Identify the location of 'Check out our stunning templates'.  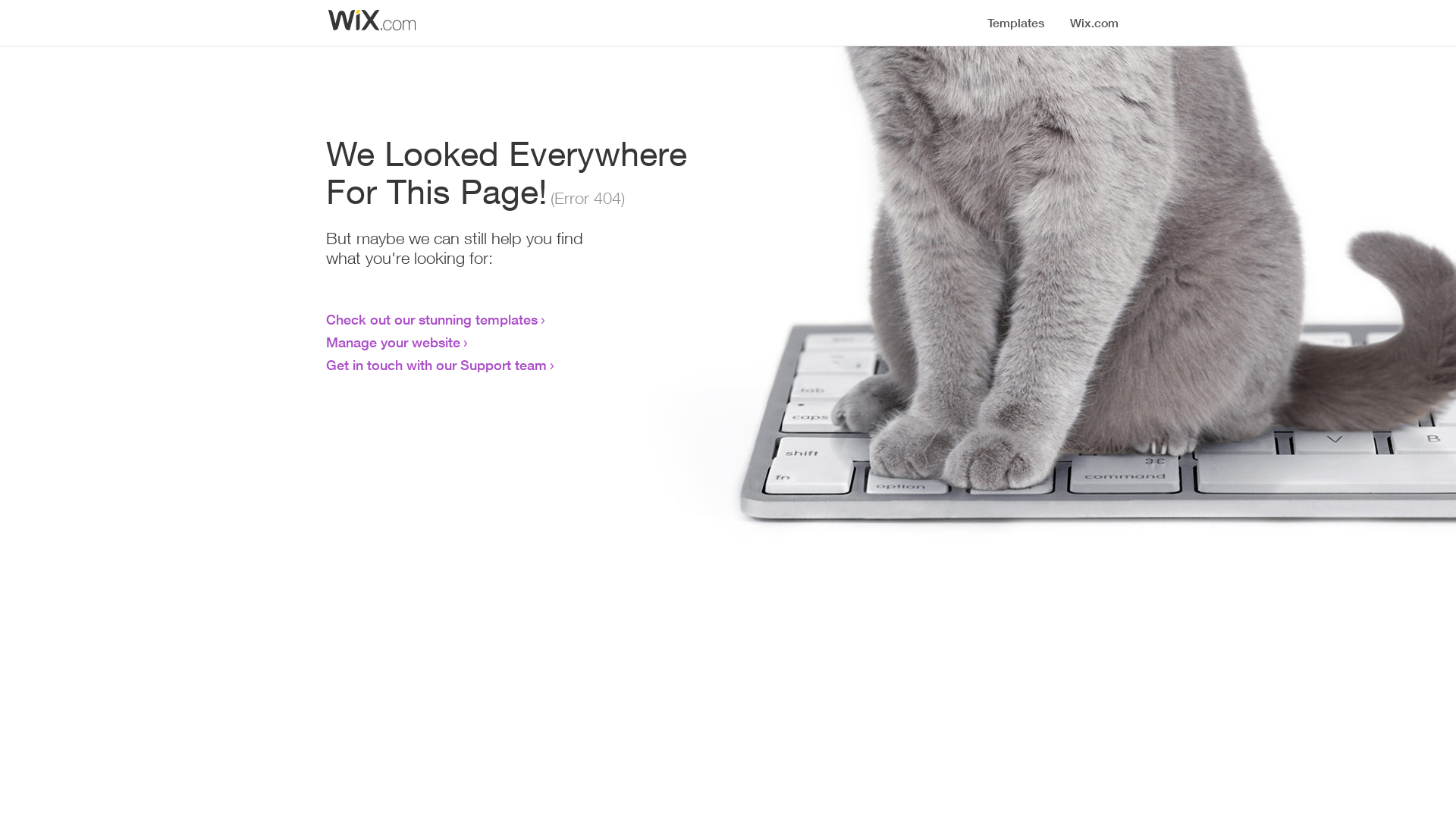
(431, 318).